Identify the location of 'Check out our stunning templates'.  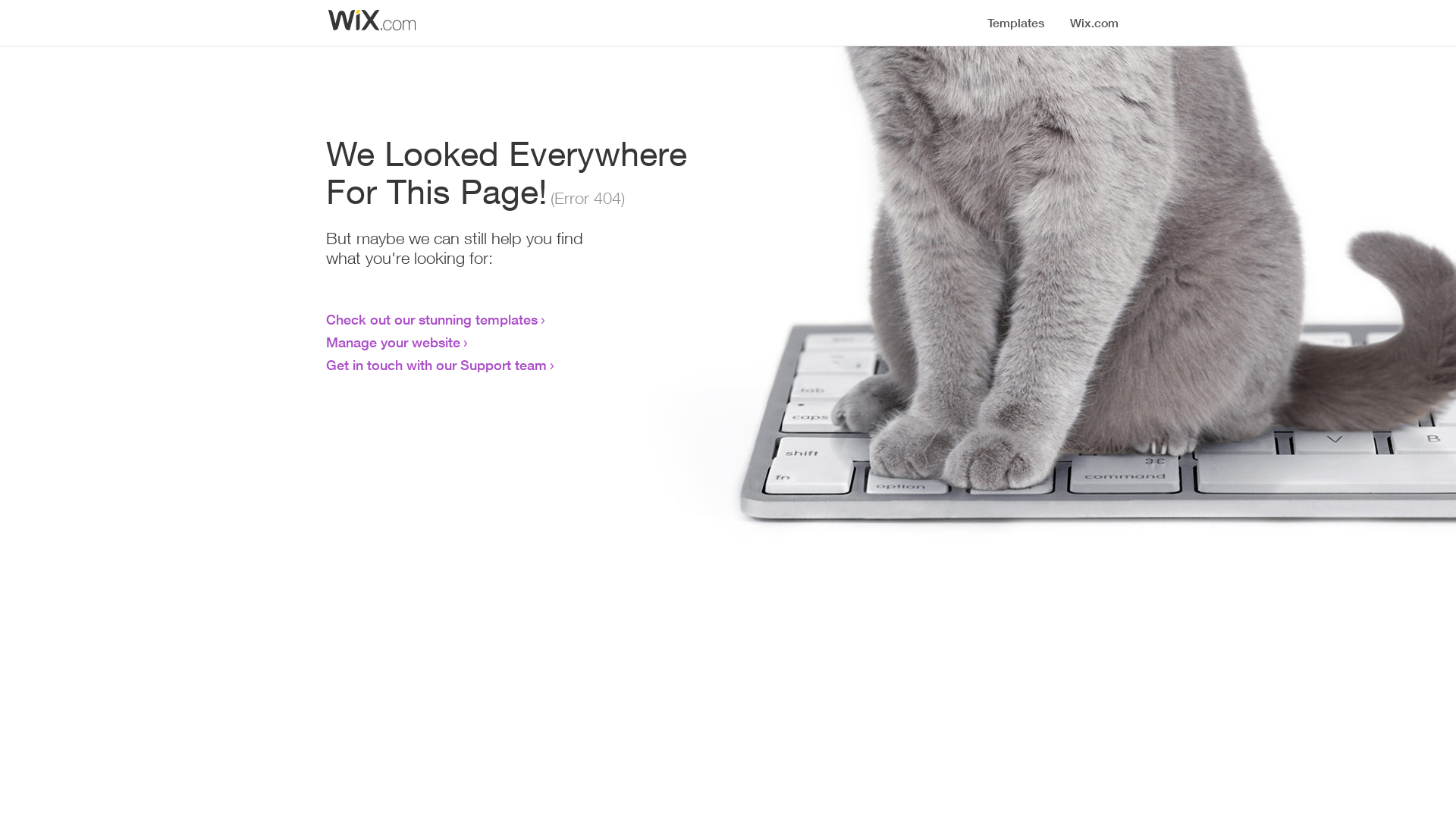
(431, 318).